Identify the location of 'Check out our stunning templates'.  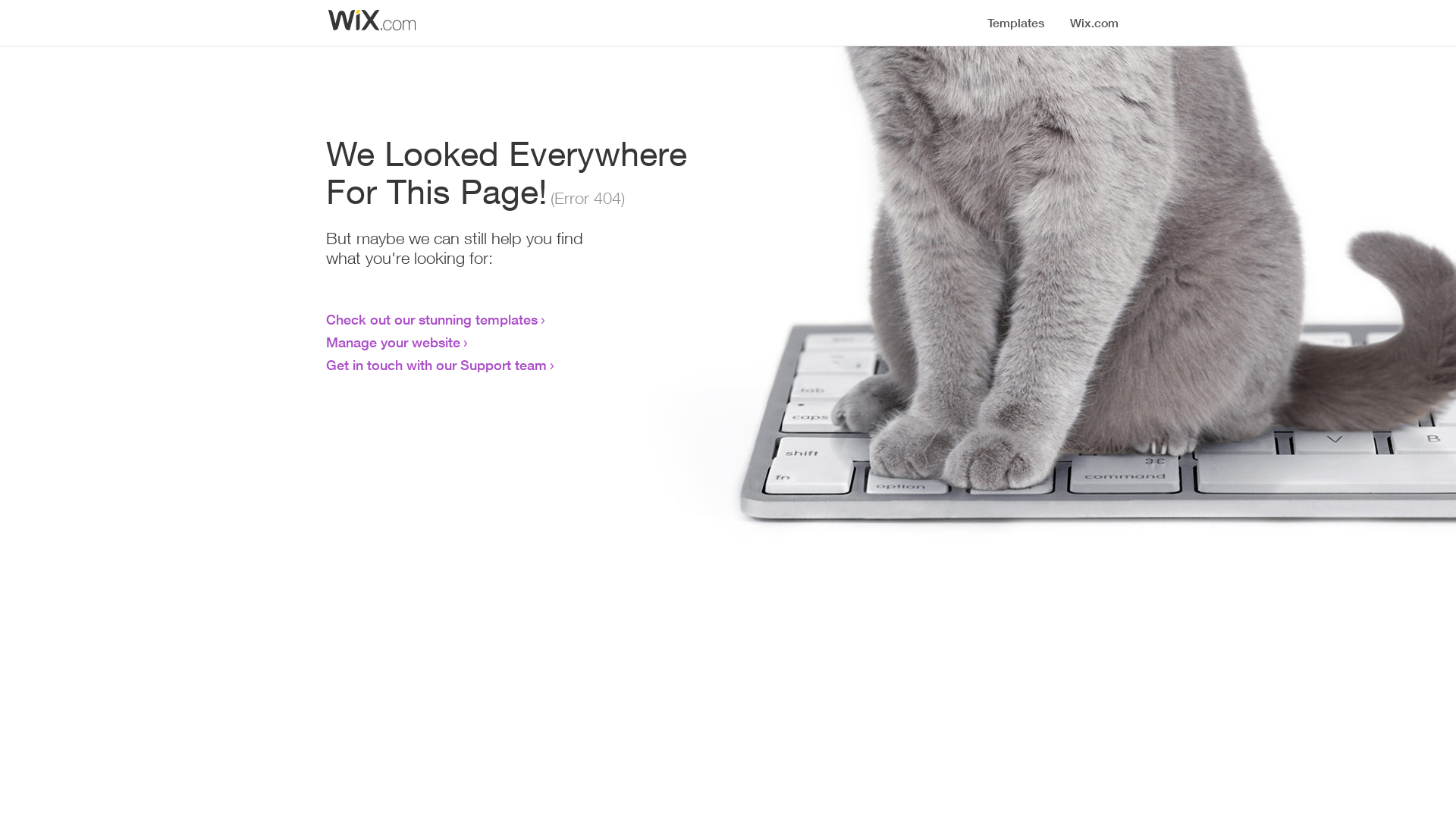
(431, 318).